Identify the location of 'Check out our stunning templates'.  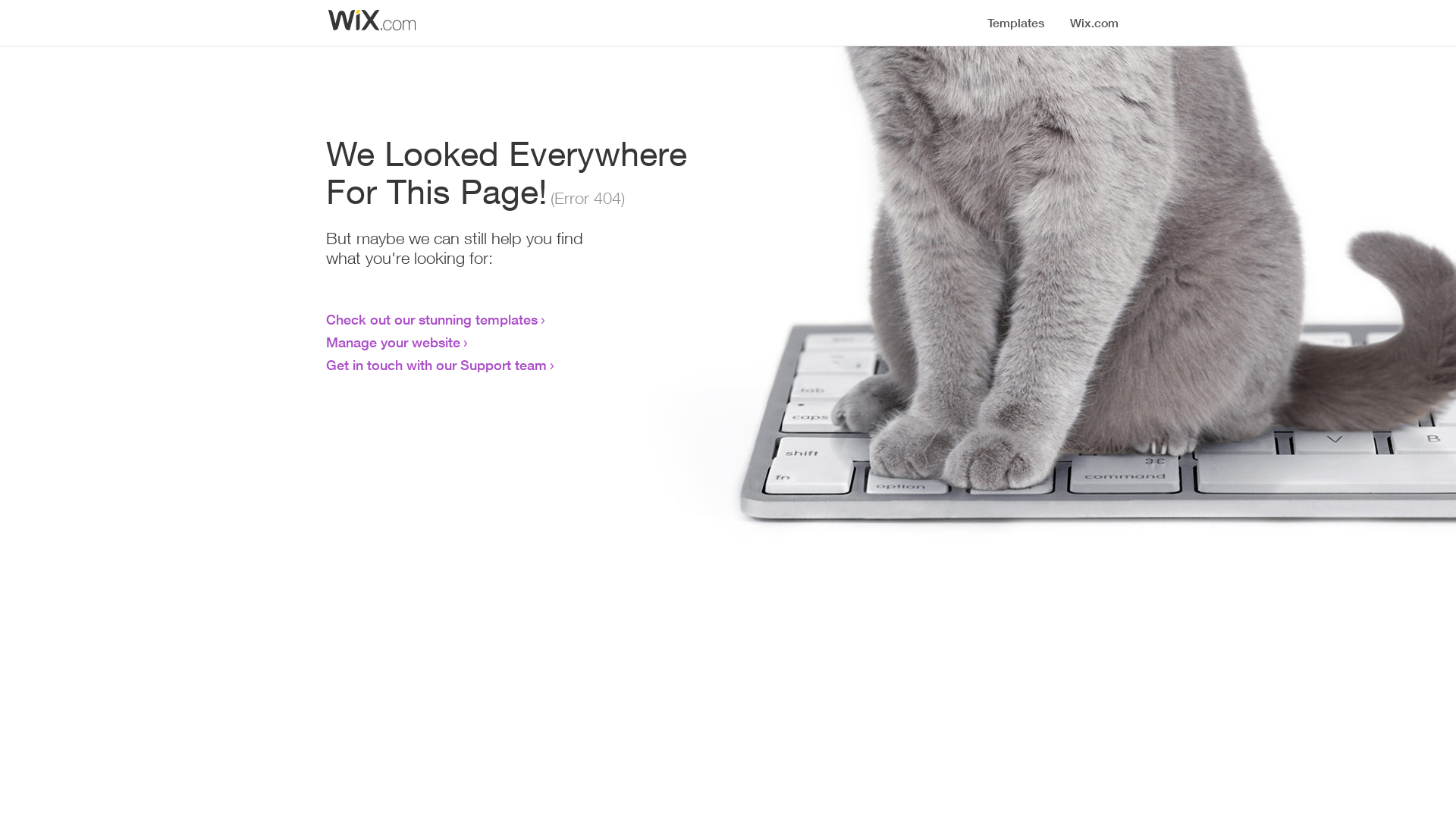
(431, 318).